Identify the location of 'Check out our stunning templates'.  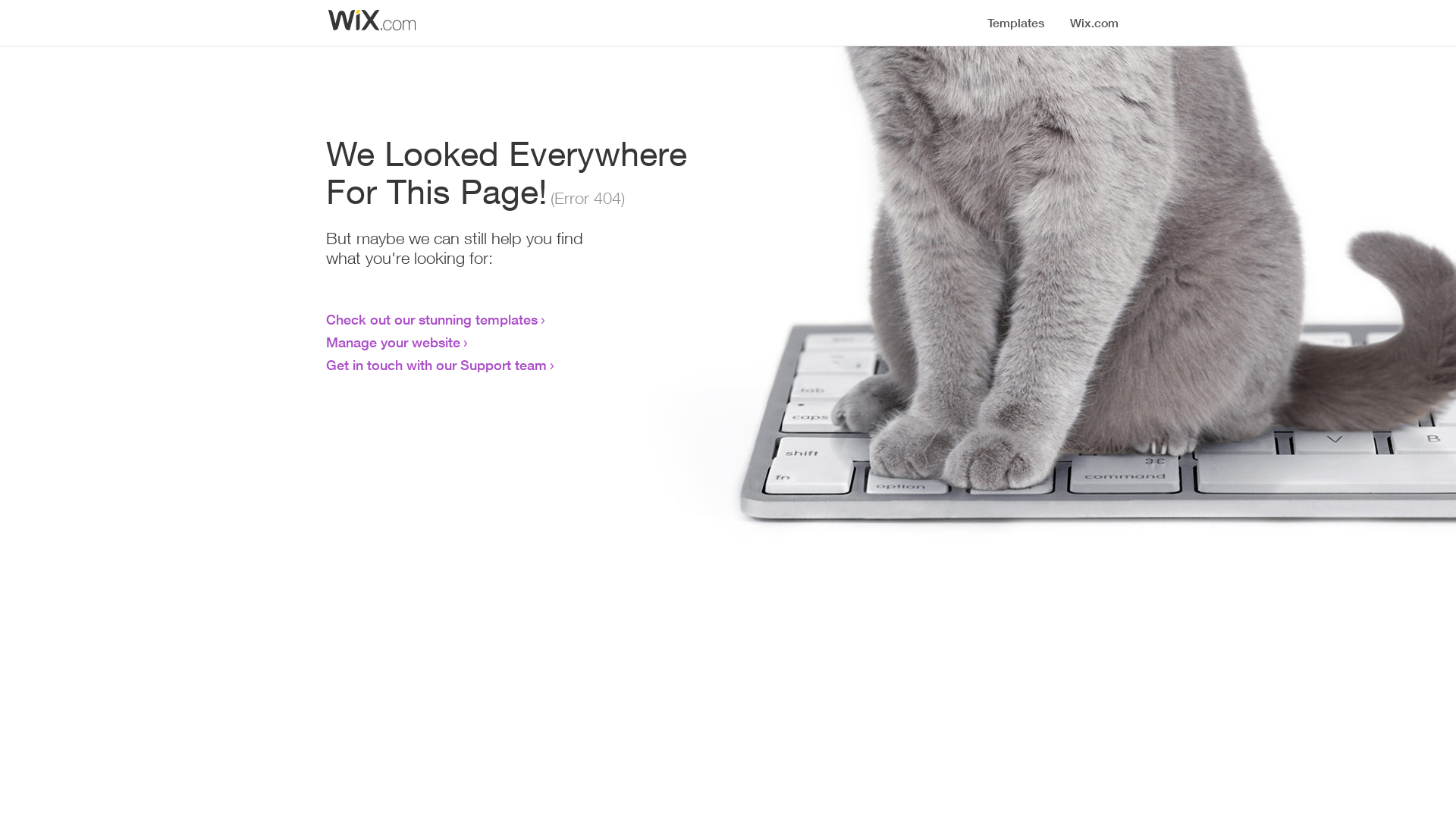
(431, 318).